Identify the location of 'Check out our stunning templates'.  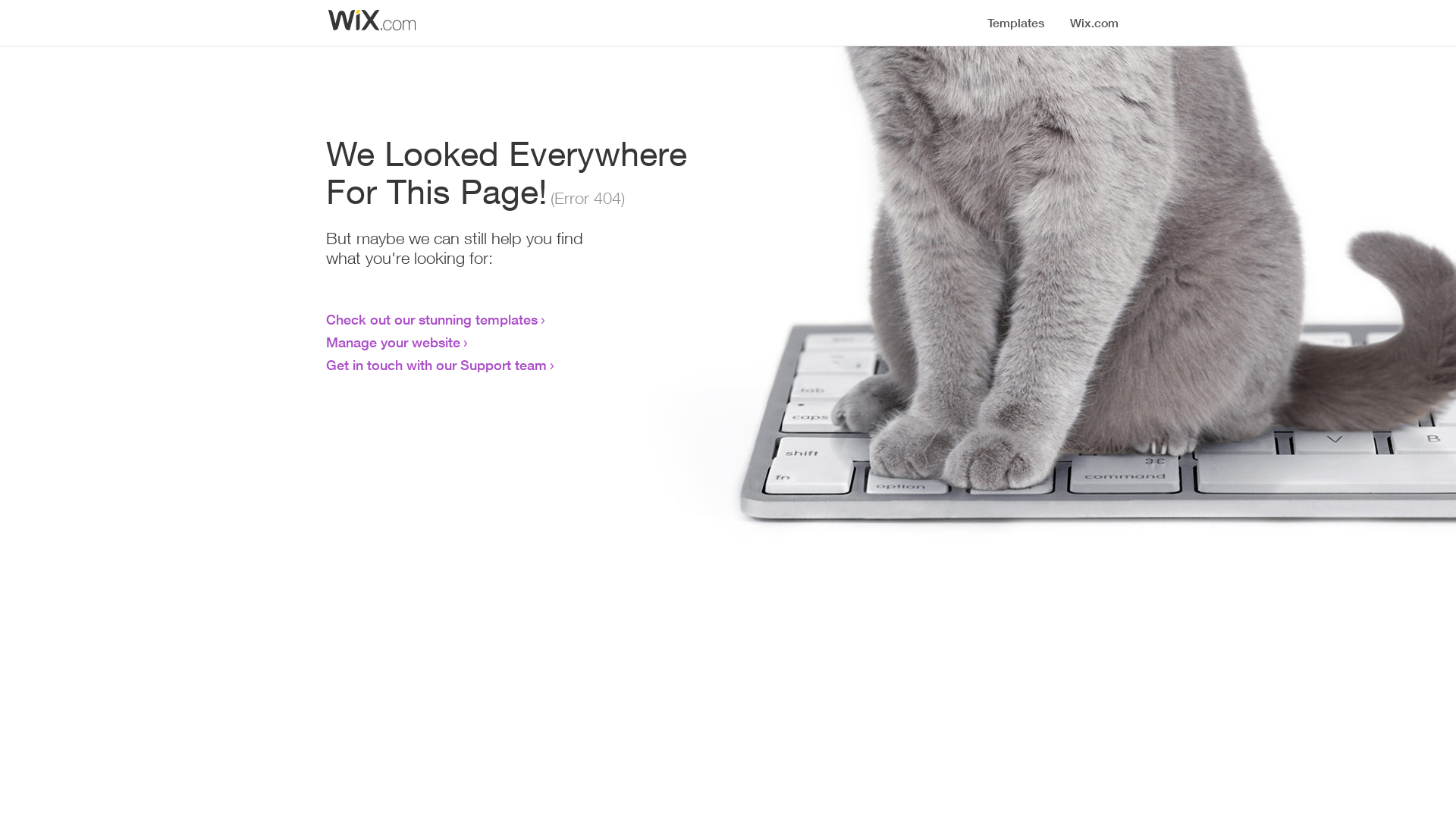
(431, 318).